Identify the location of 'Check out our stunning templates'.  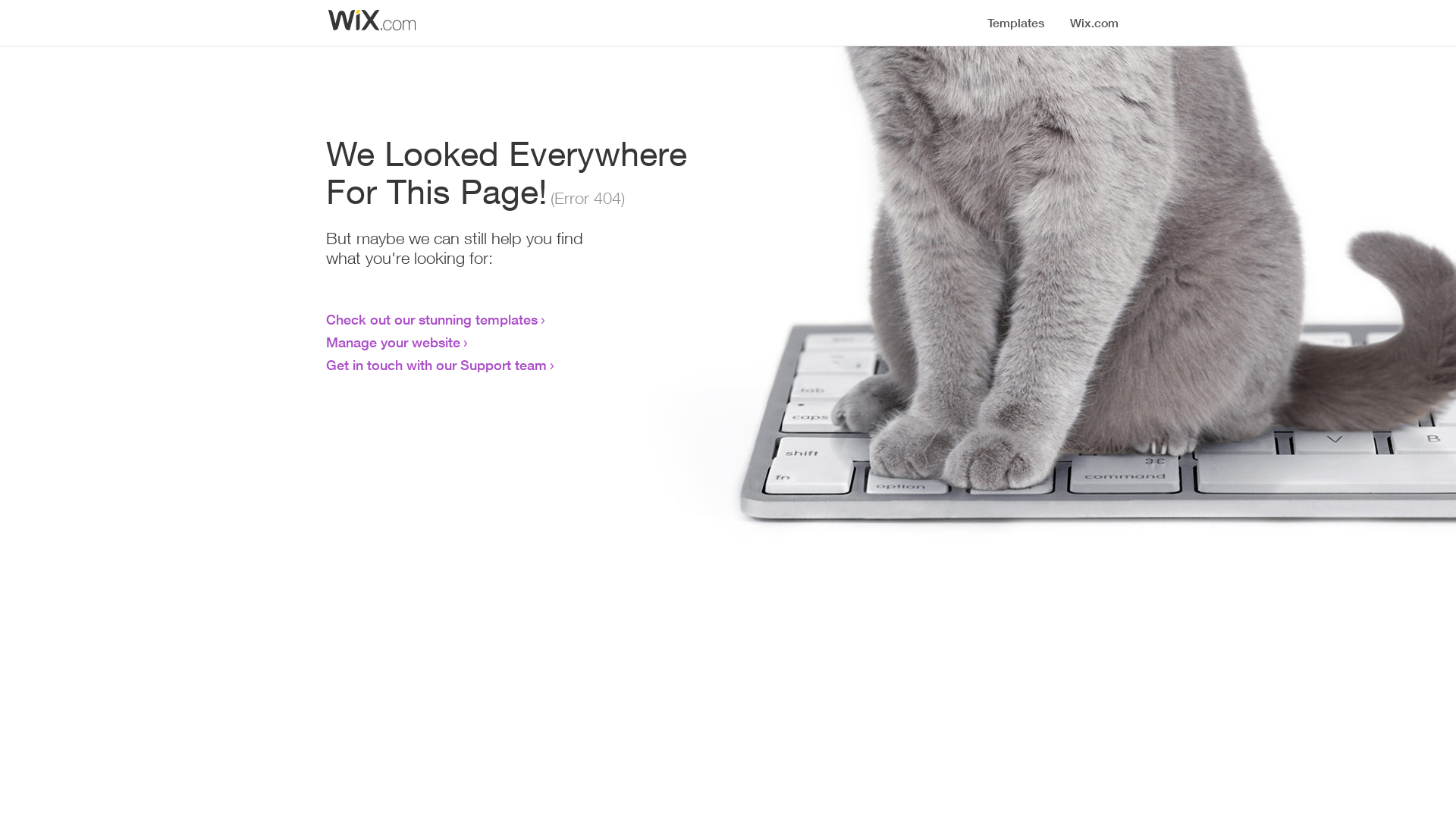
(431, 318).